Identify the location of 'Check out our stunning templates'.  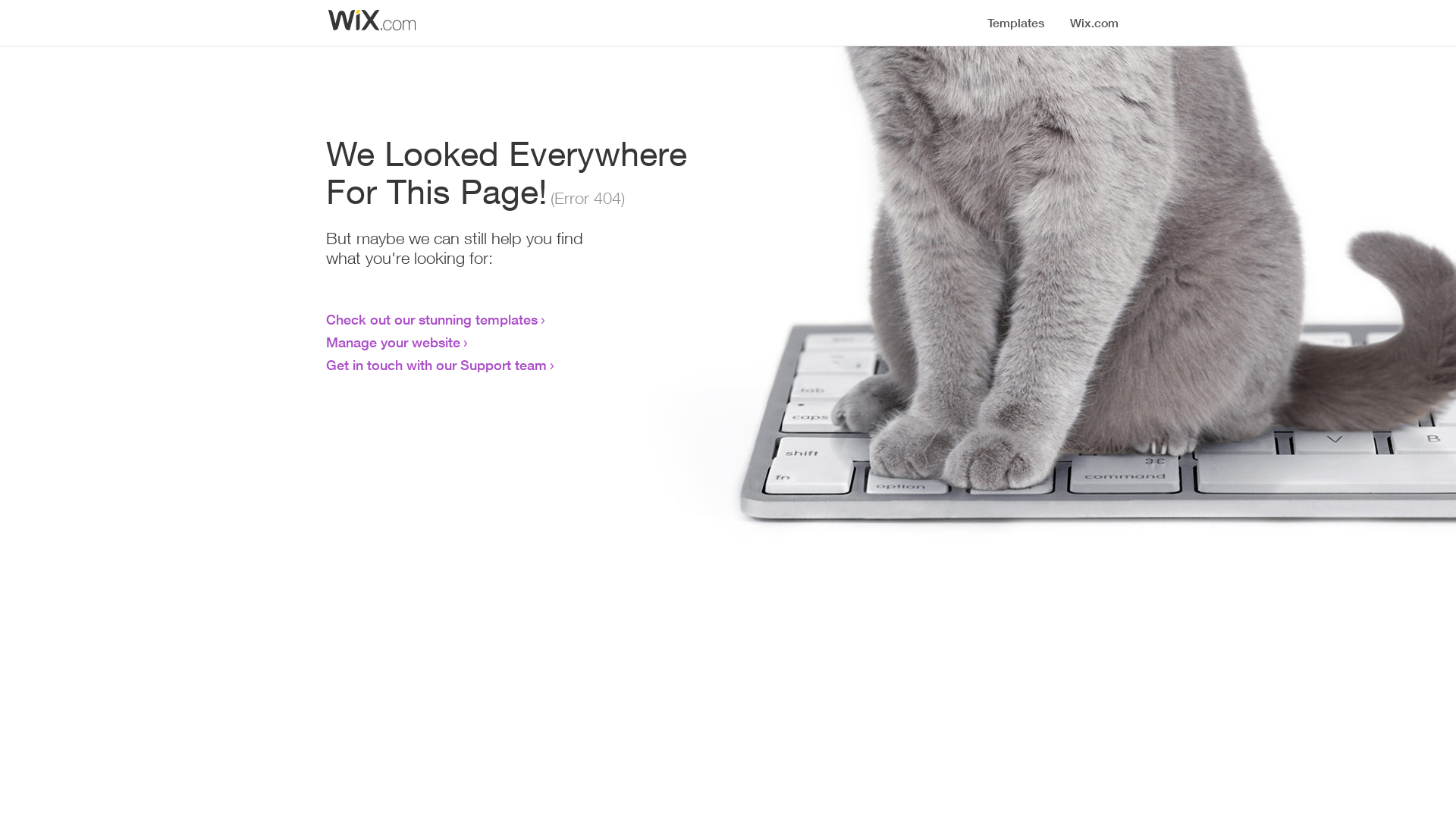
(431, 318).